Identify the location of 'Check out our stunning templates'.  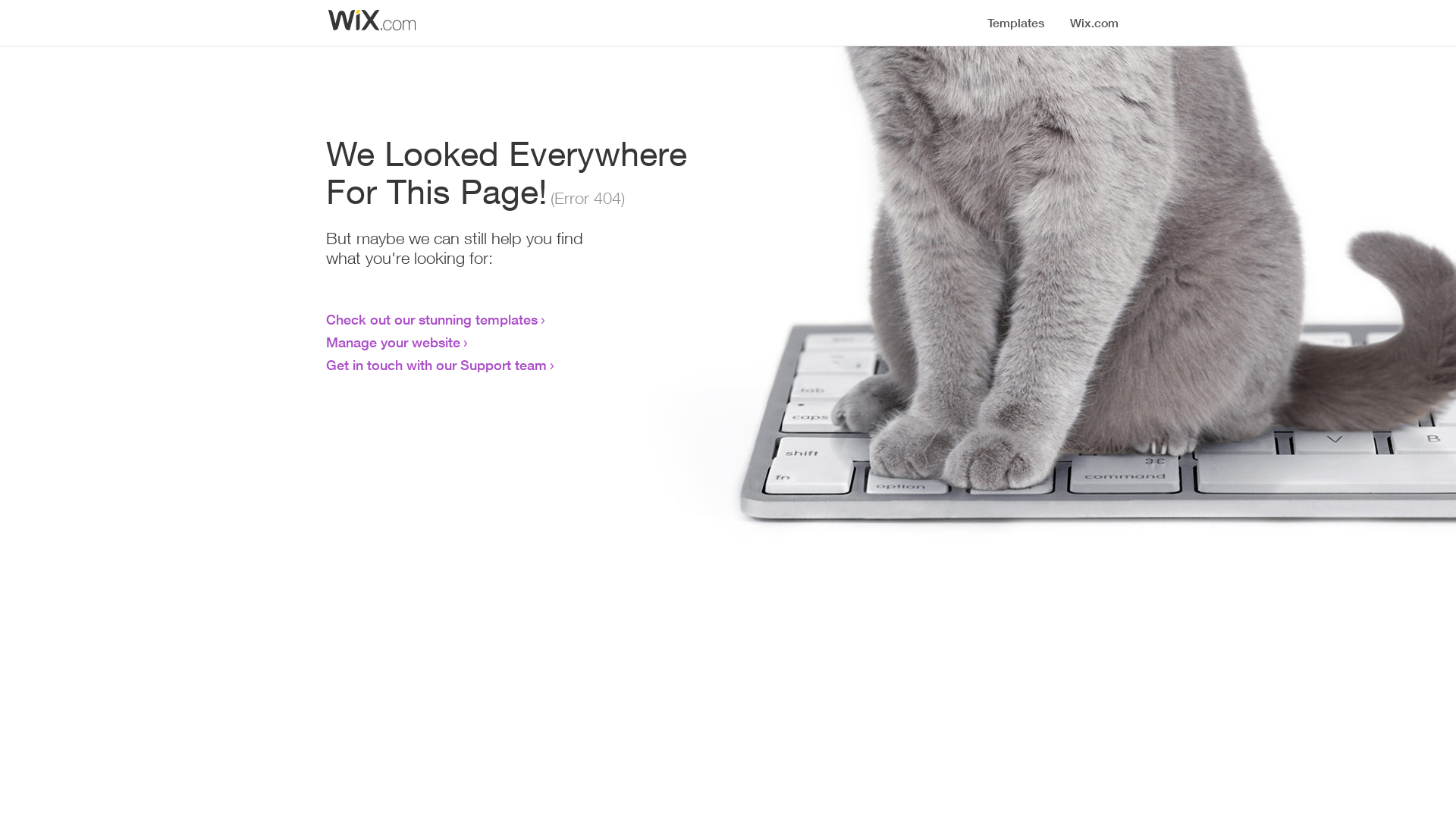
(431, 318).